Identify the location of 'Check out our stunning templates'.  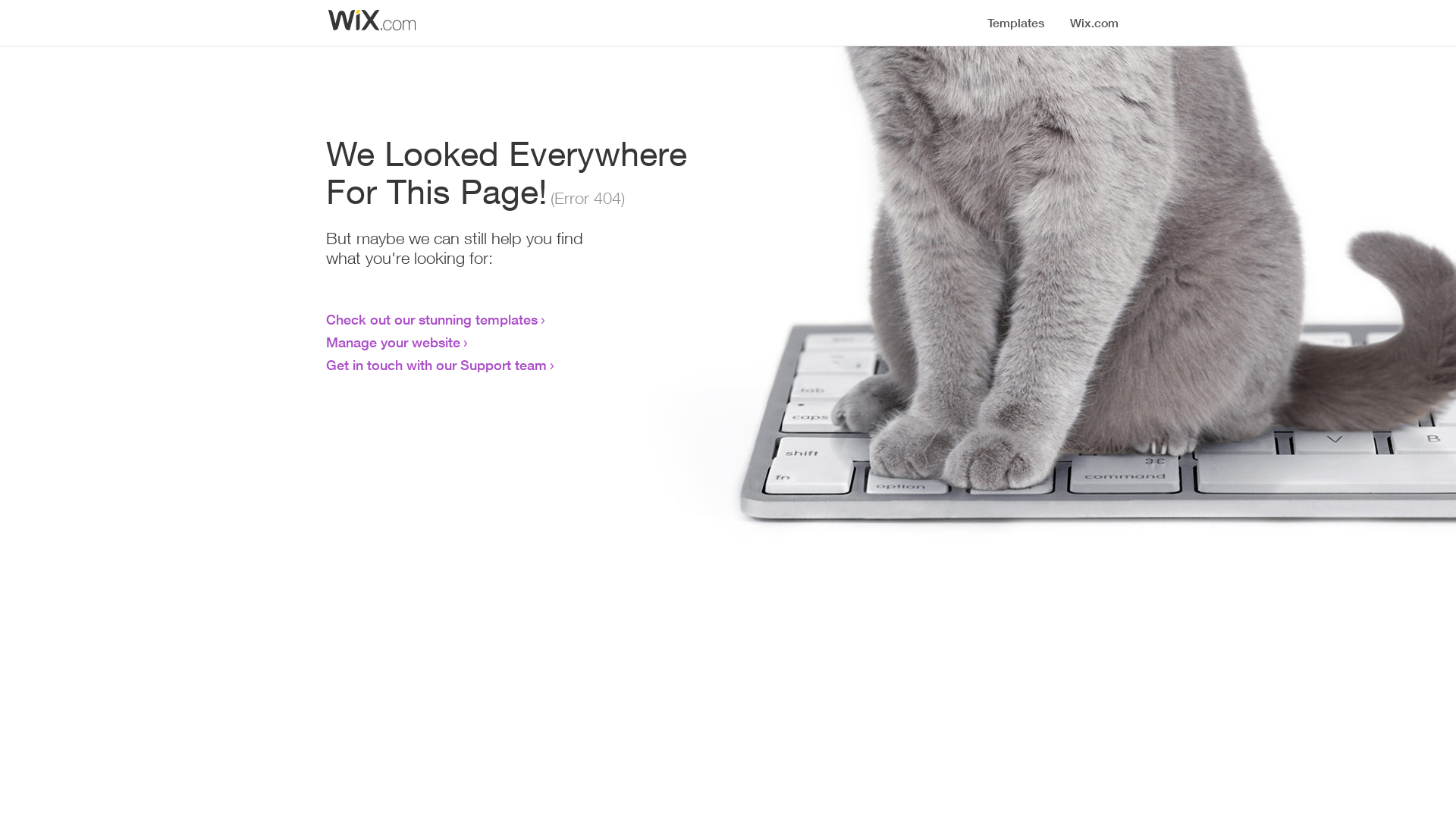
(431, 318).